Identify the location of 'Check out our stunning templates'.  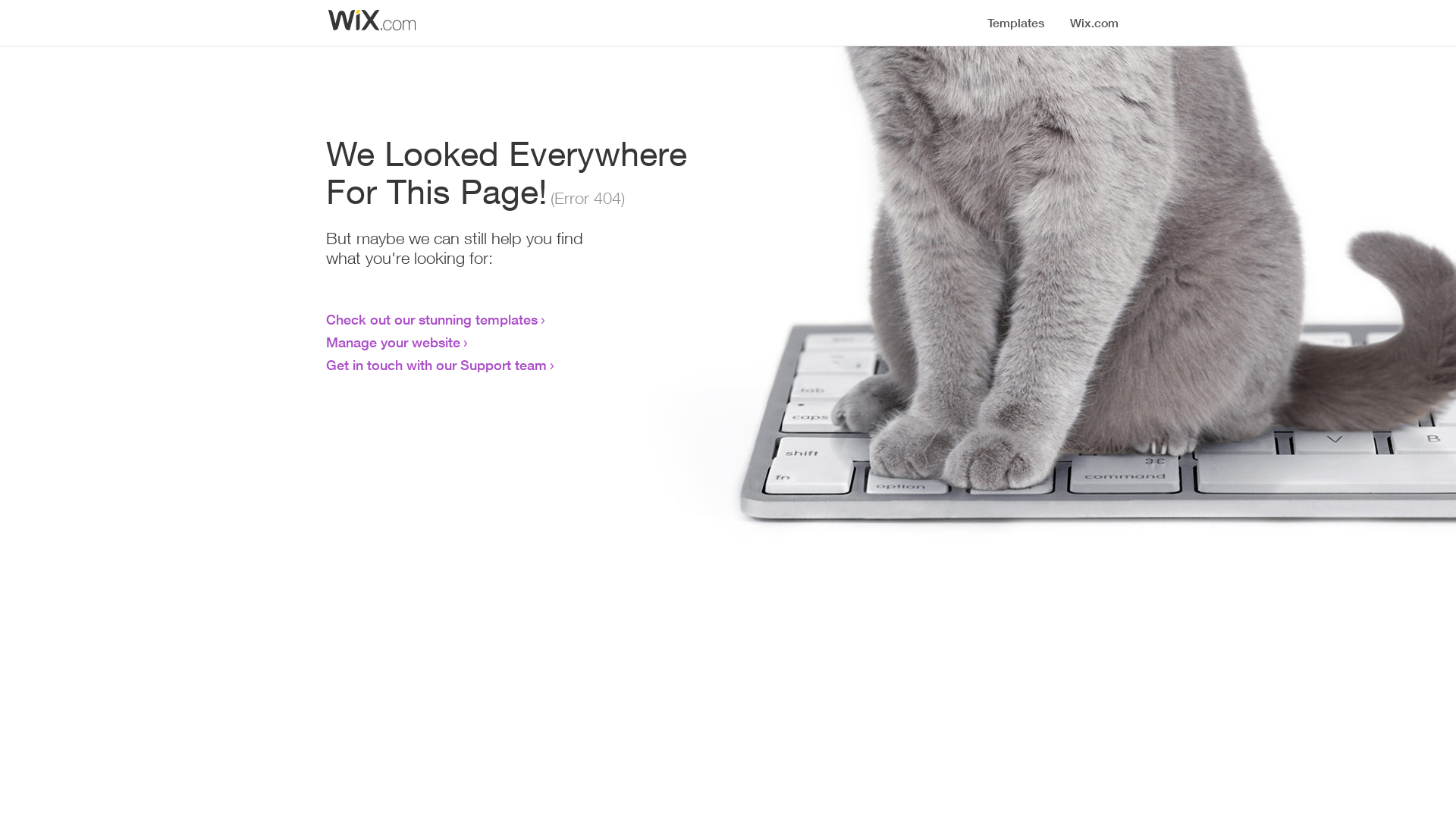
(431, 318).